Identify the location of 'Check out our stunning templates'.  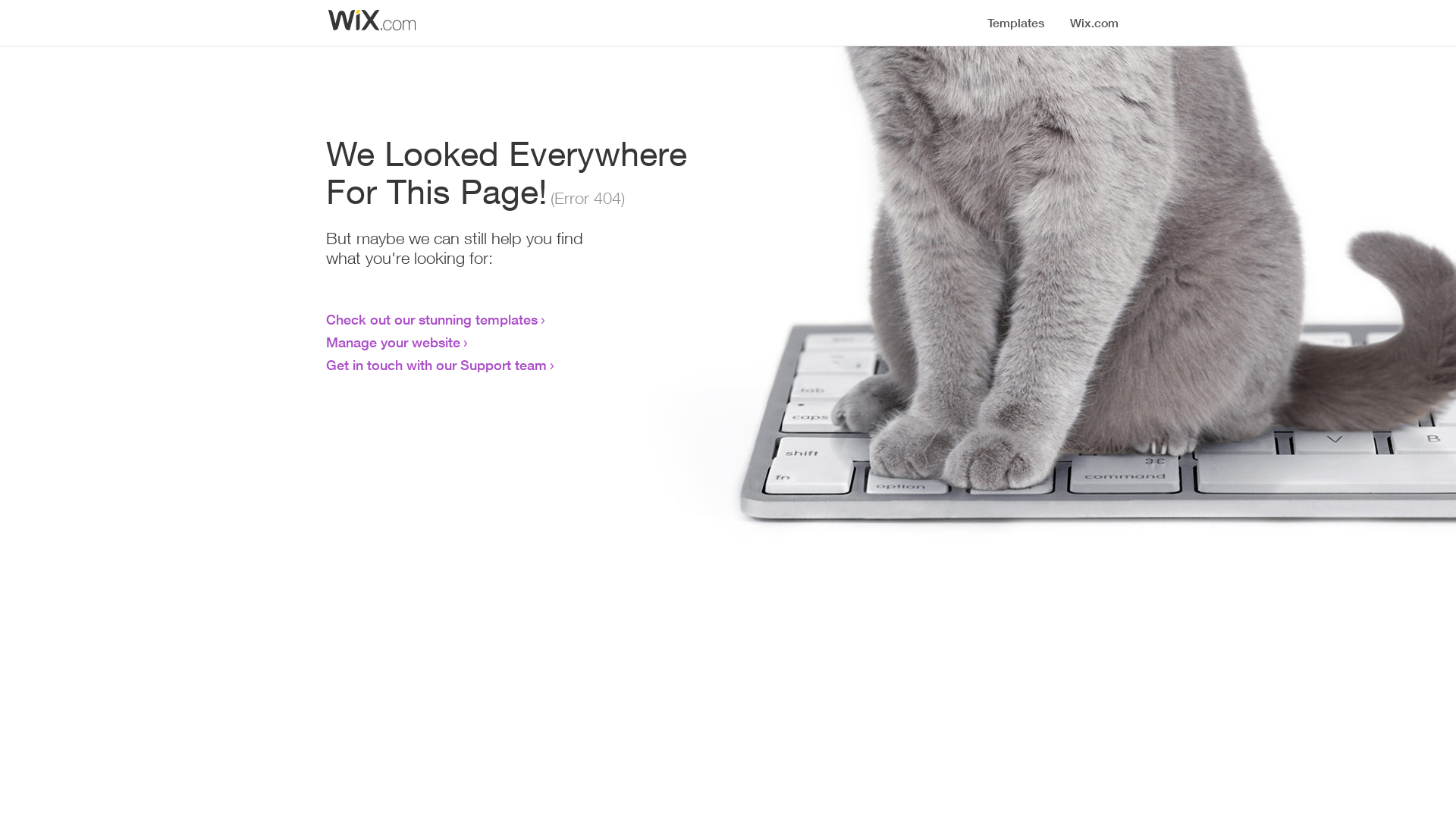
(431, 318).